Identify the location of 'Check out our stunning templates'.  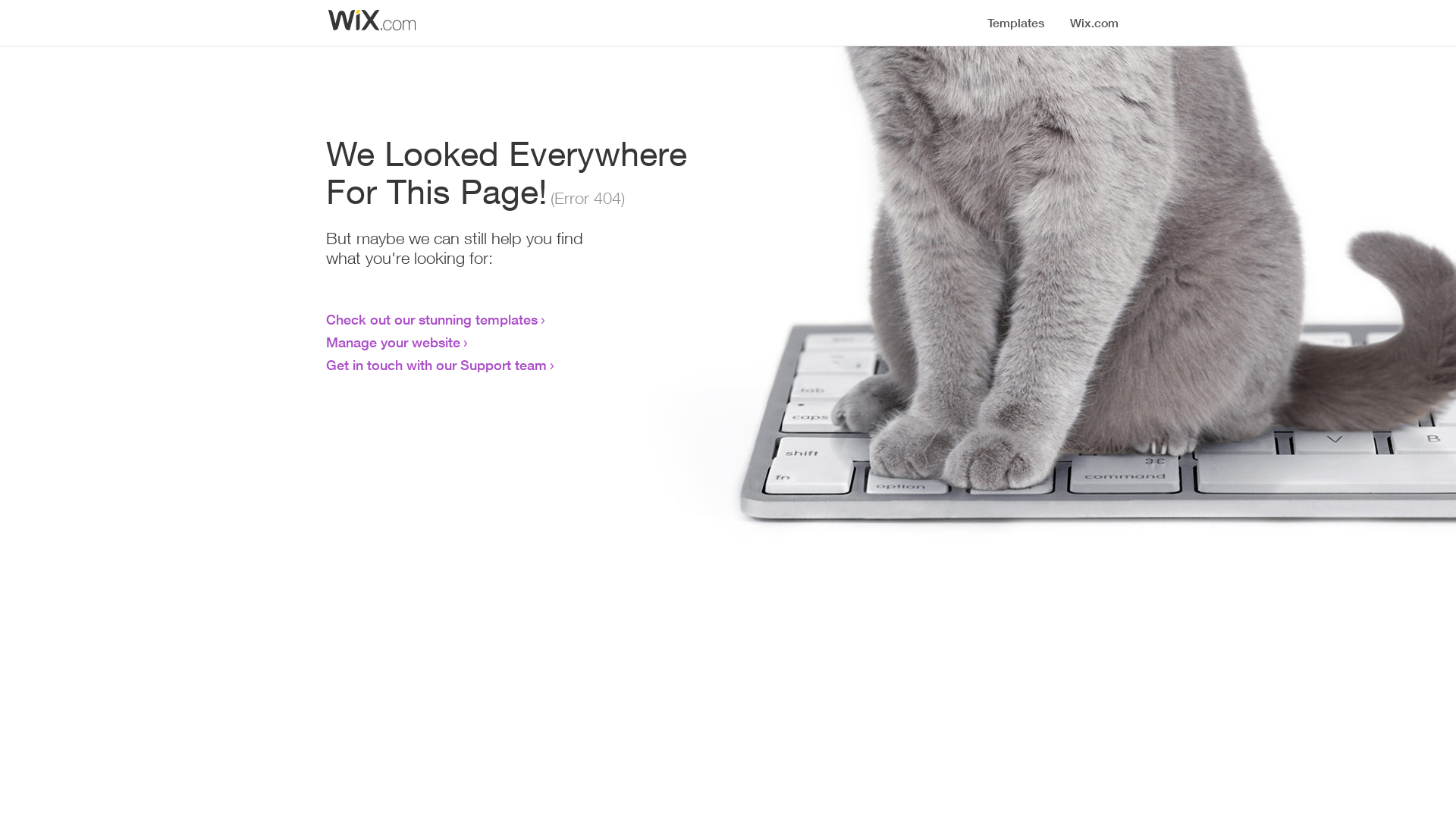
(431, 318).